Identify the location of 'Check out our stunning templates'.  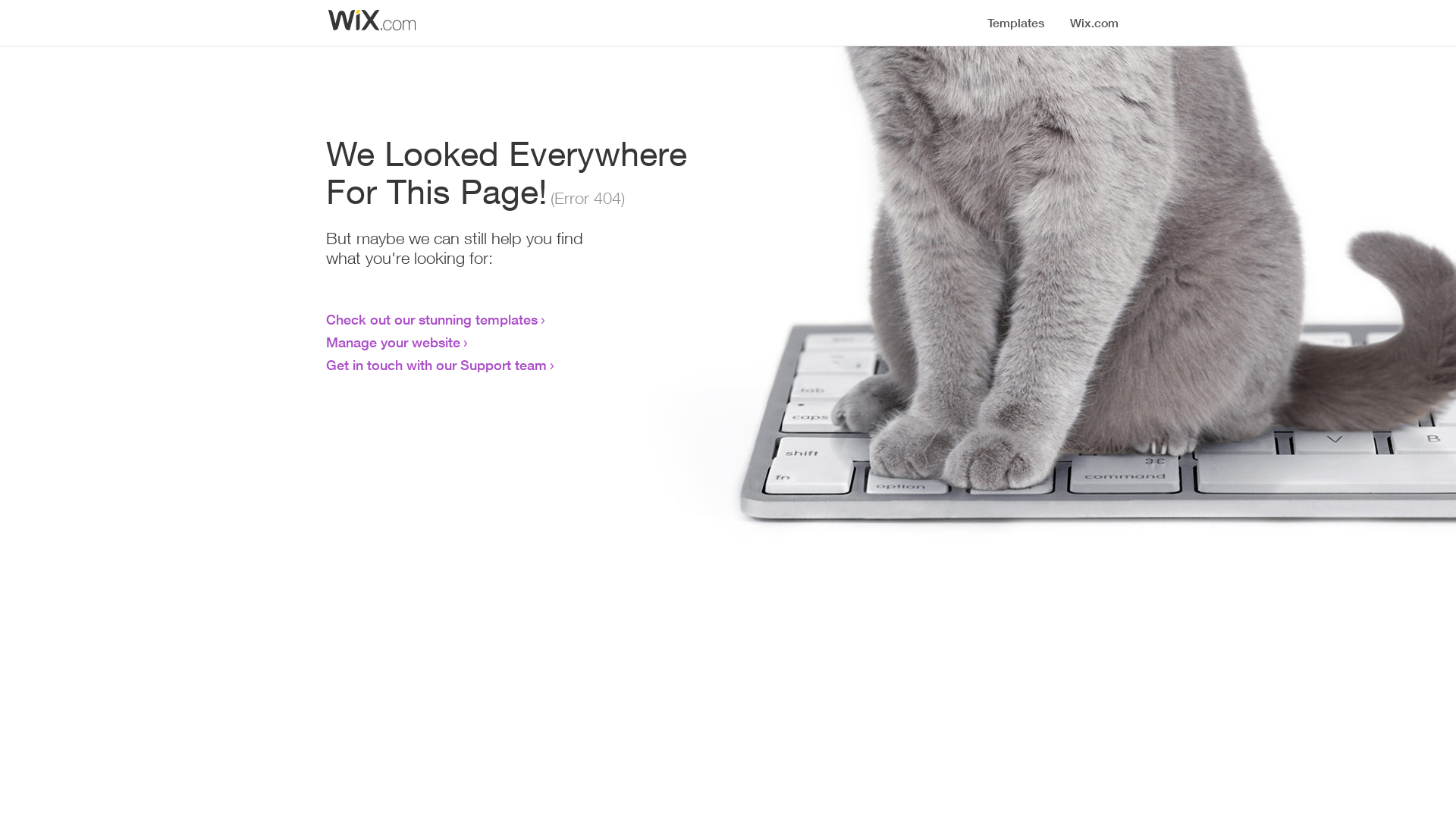
(431, 318).